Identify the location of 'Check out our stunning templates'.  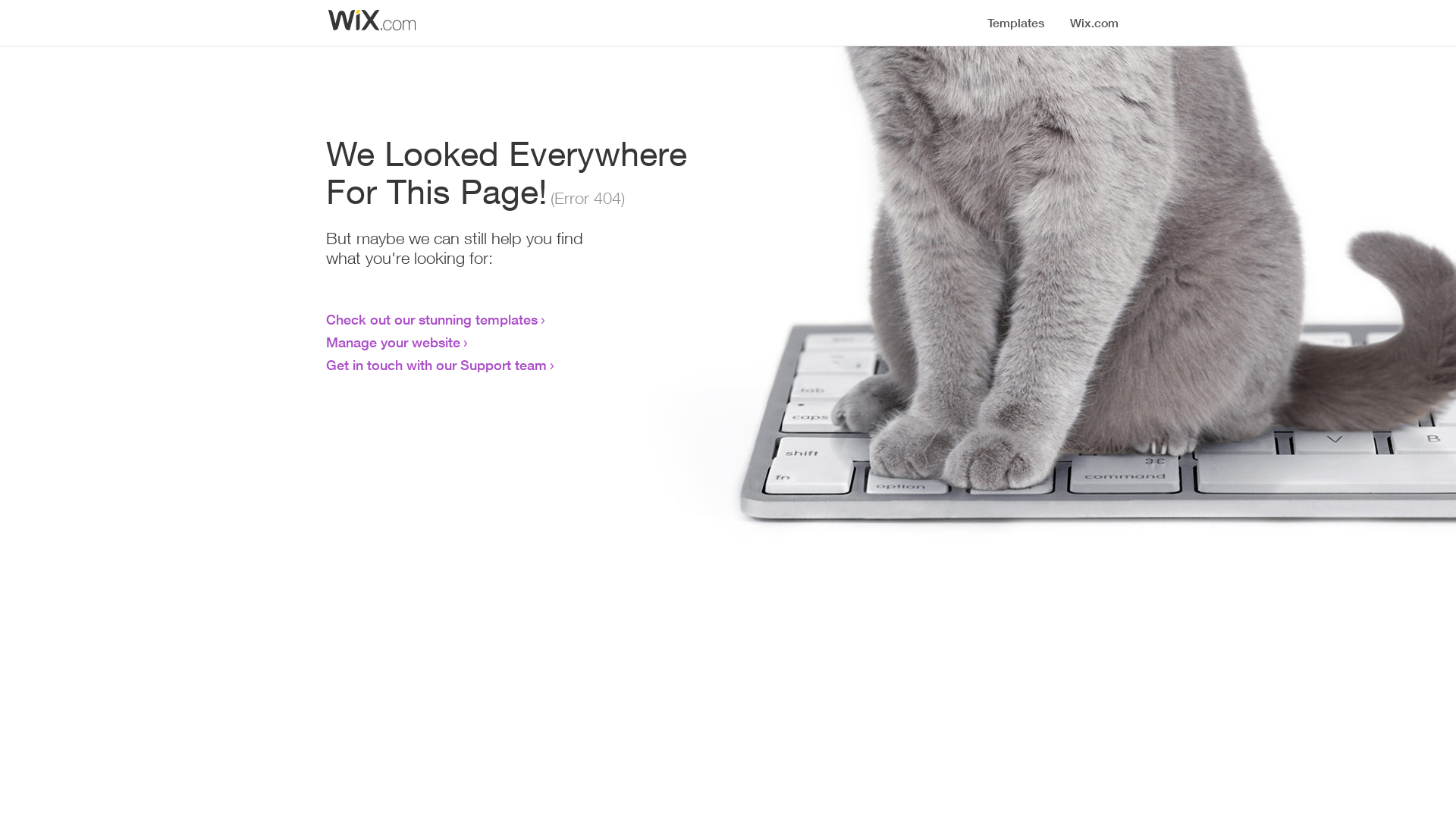
(431, 318).